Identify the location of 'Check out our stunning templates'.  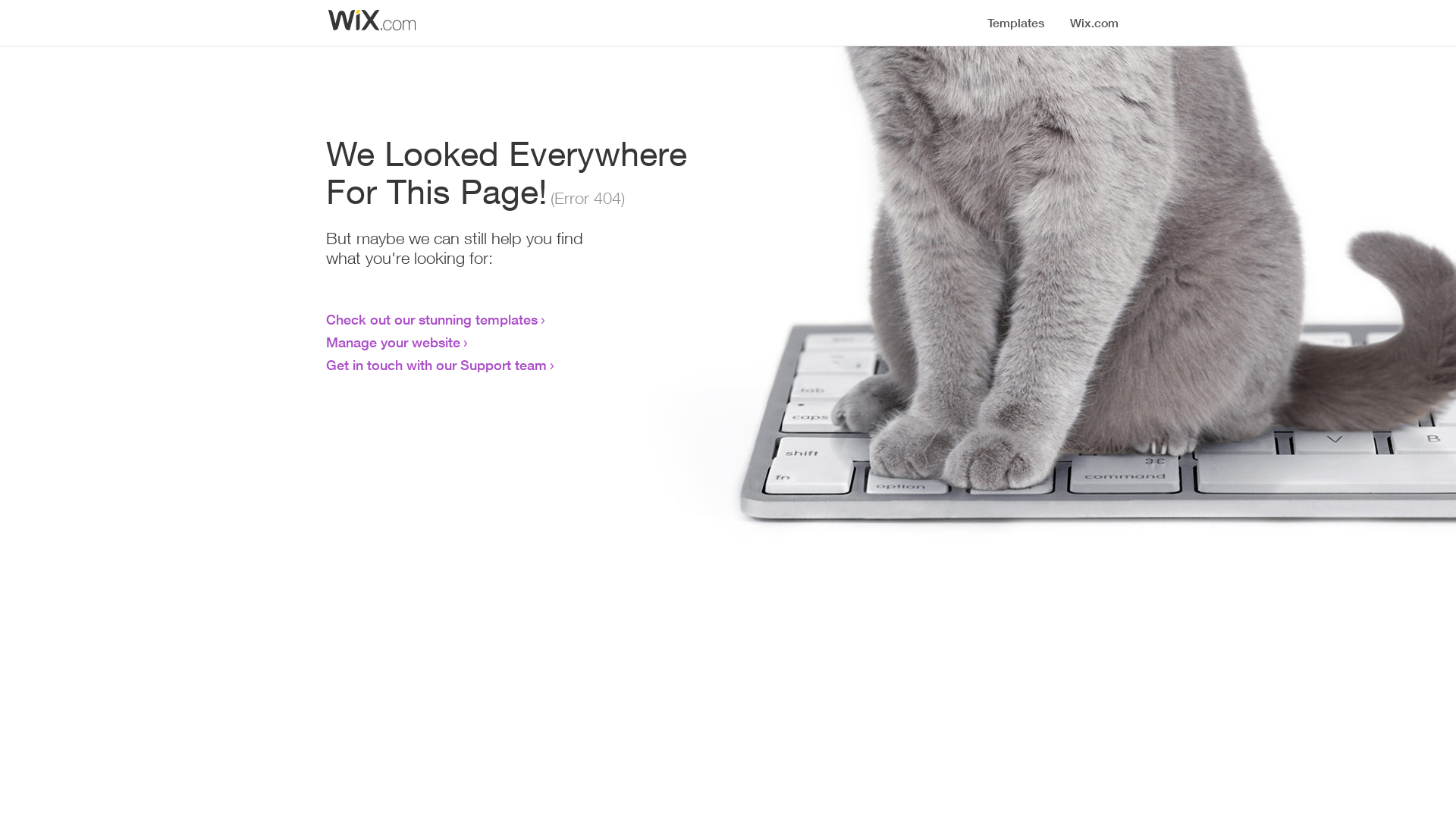
(431, 318).